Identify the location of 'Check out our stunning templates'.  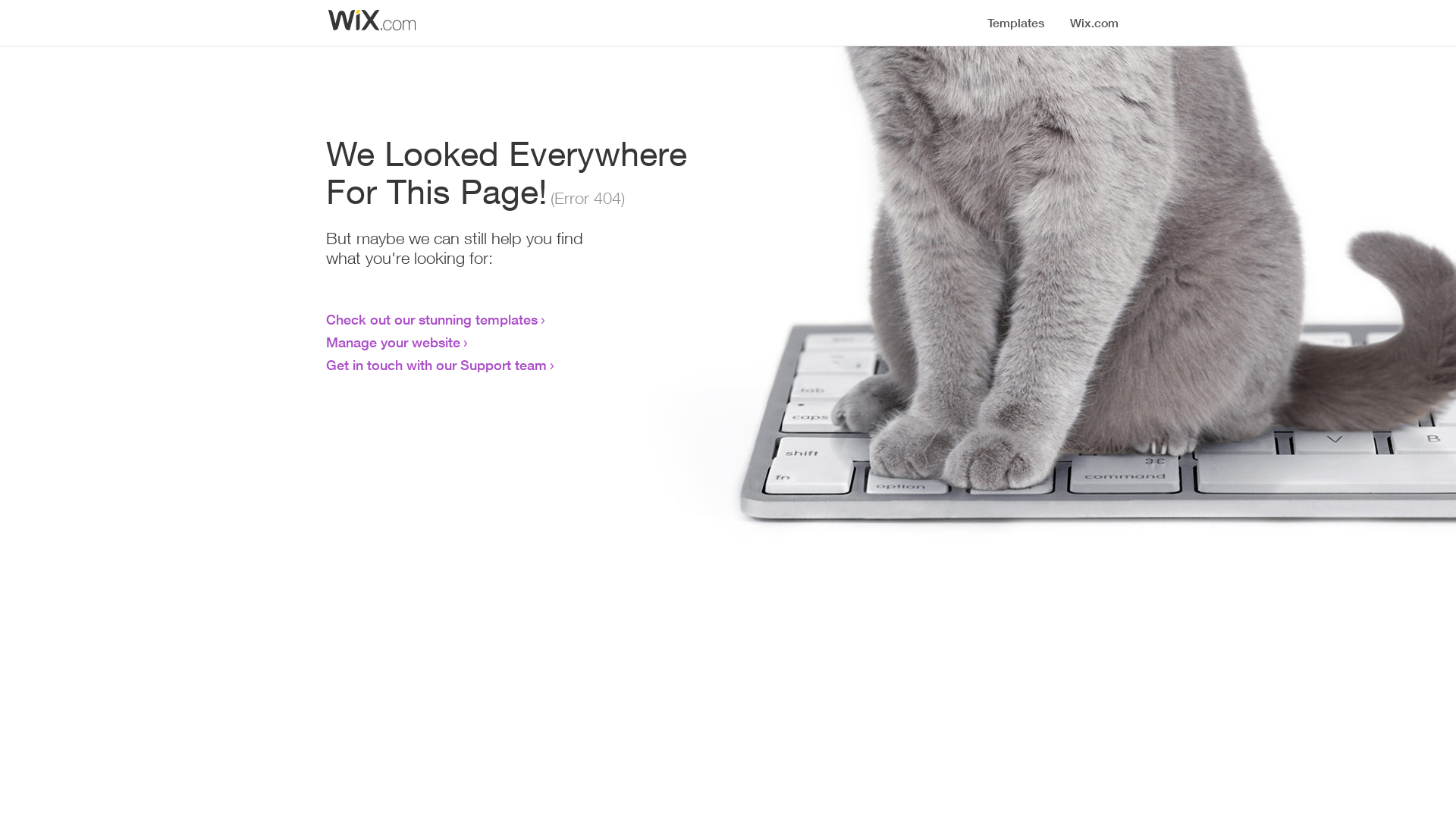
(431, 318).